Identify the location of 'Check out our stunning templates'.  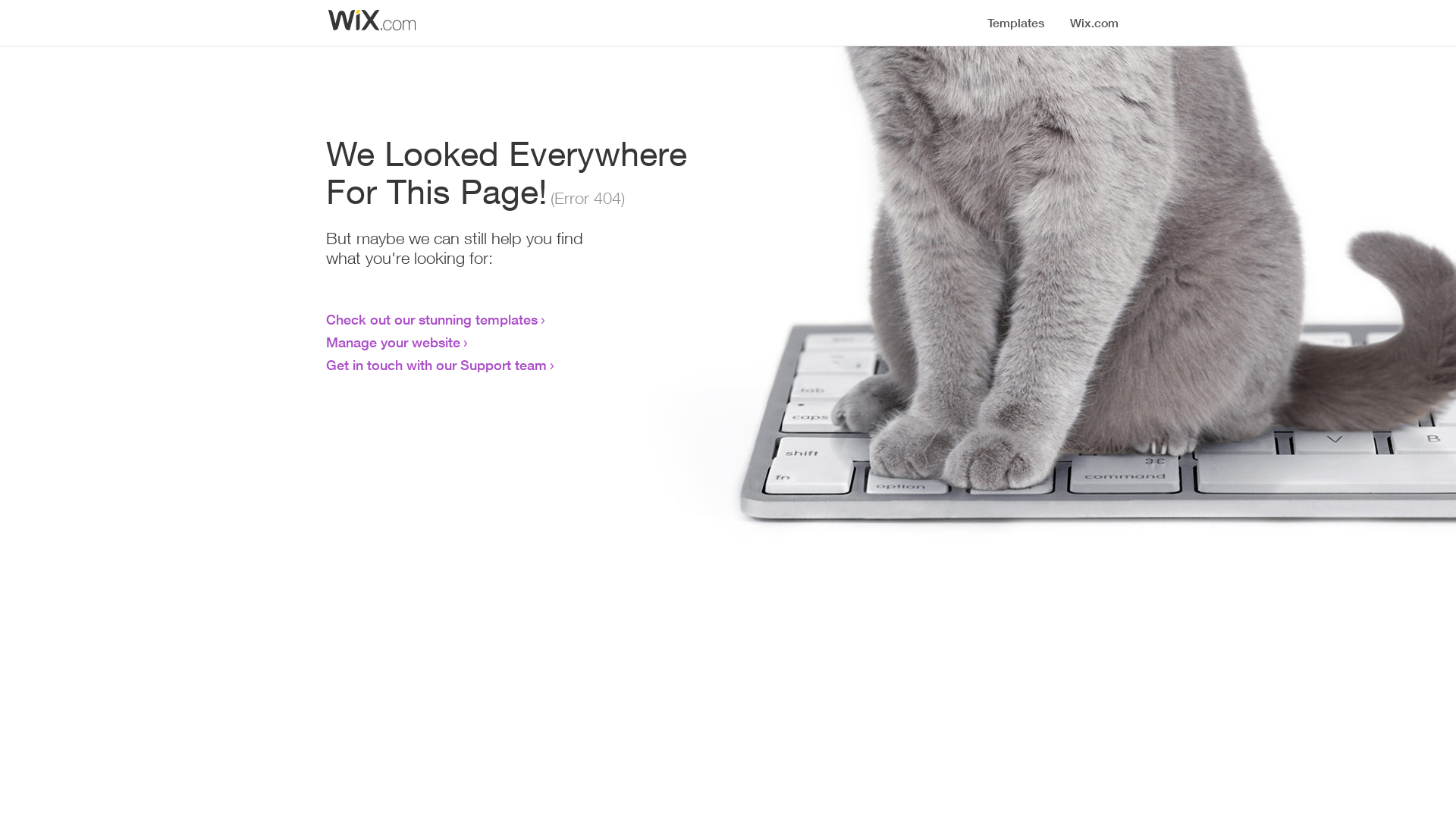
(431, 318).